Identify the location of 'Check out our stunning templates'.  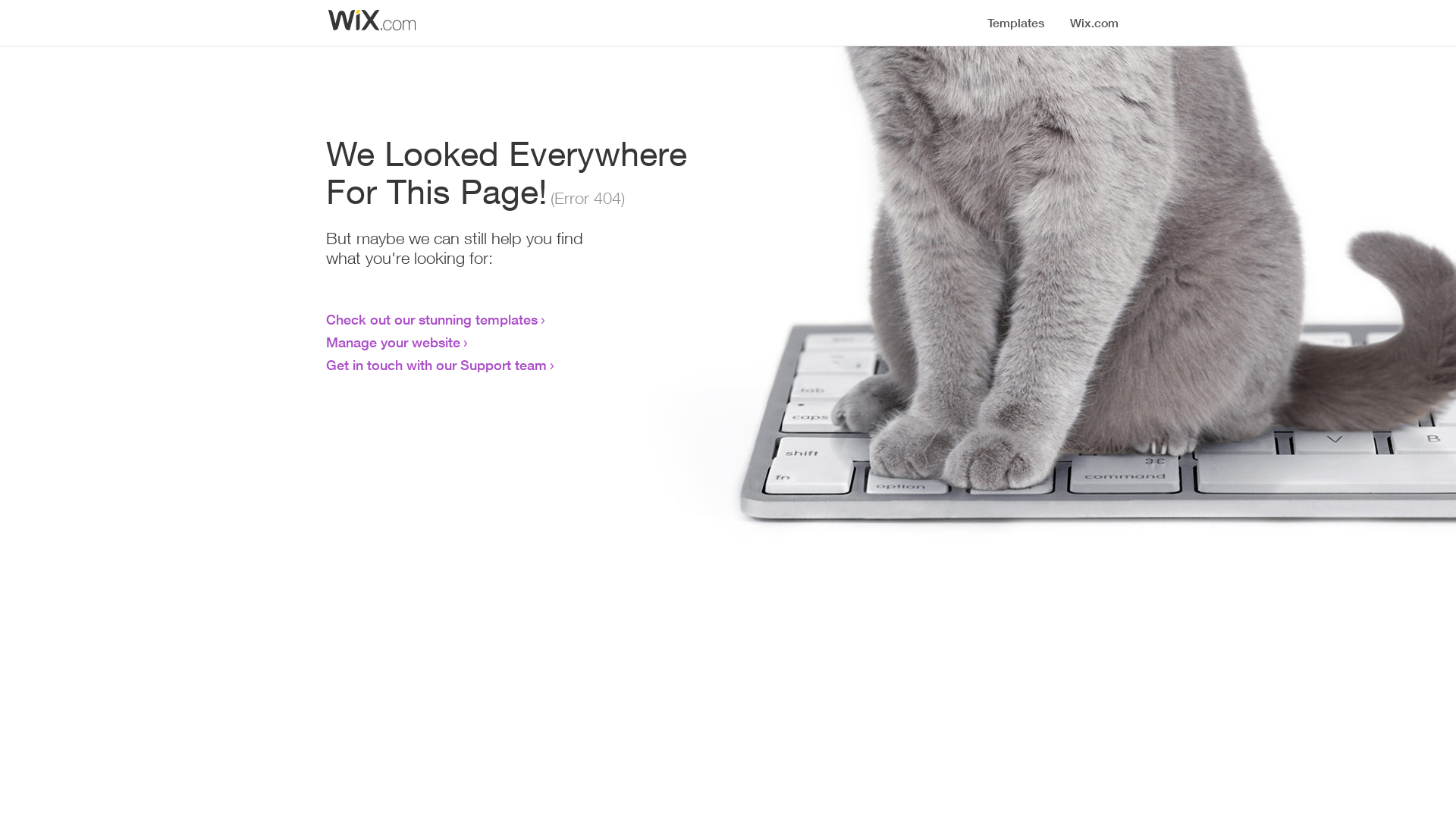
(431, 318).